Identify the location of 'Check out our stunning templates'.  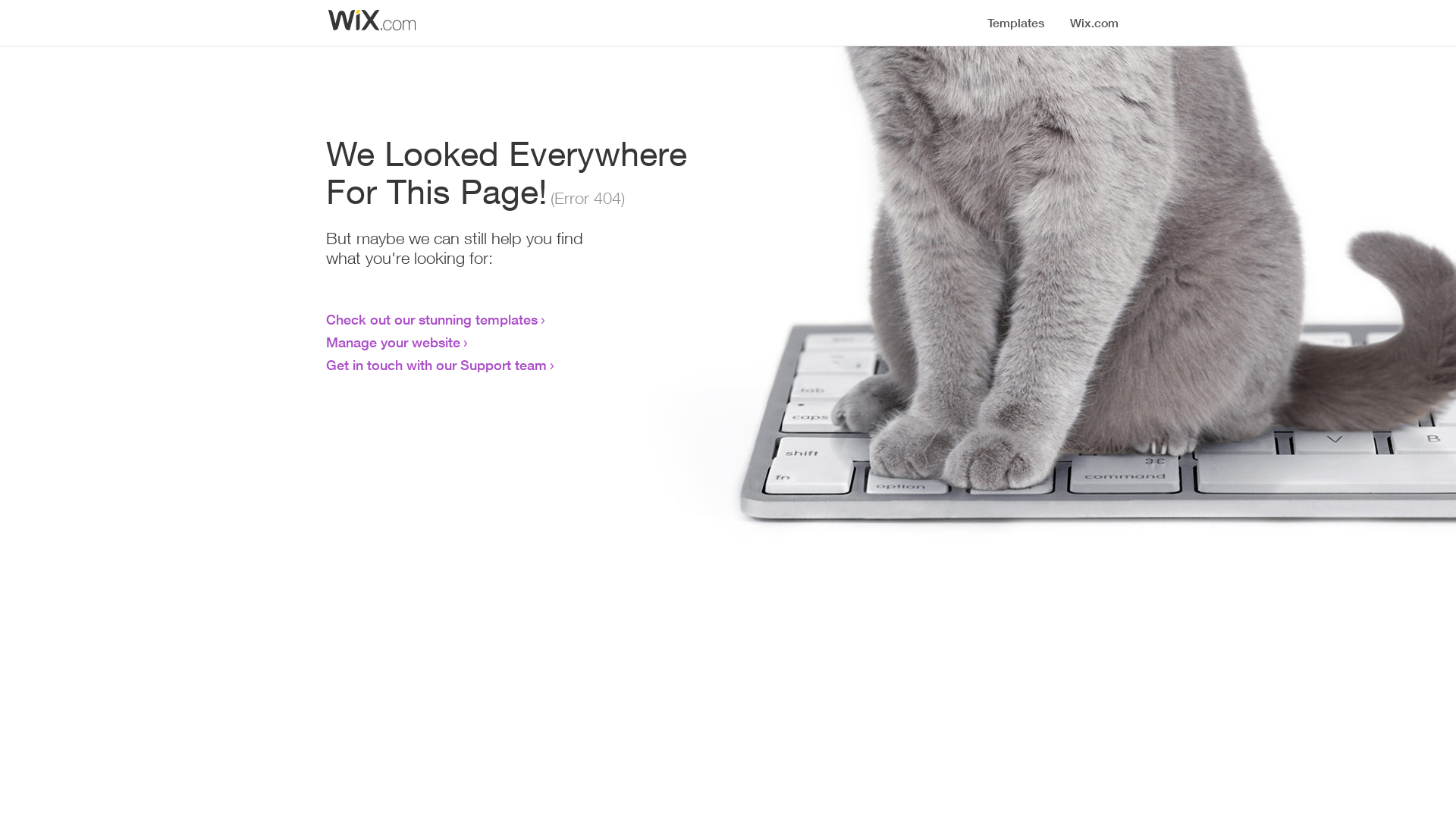
(431, 318).